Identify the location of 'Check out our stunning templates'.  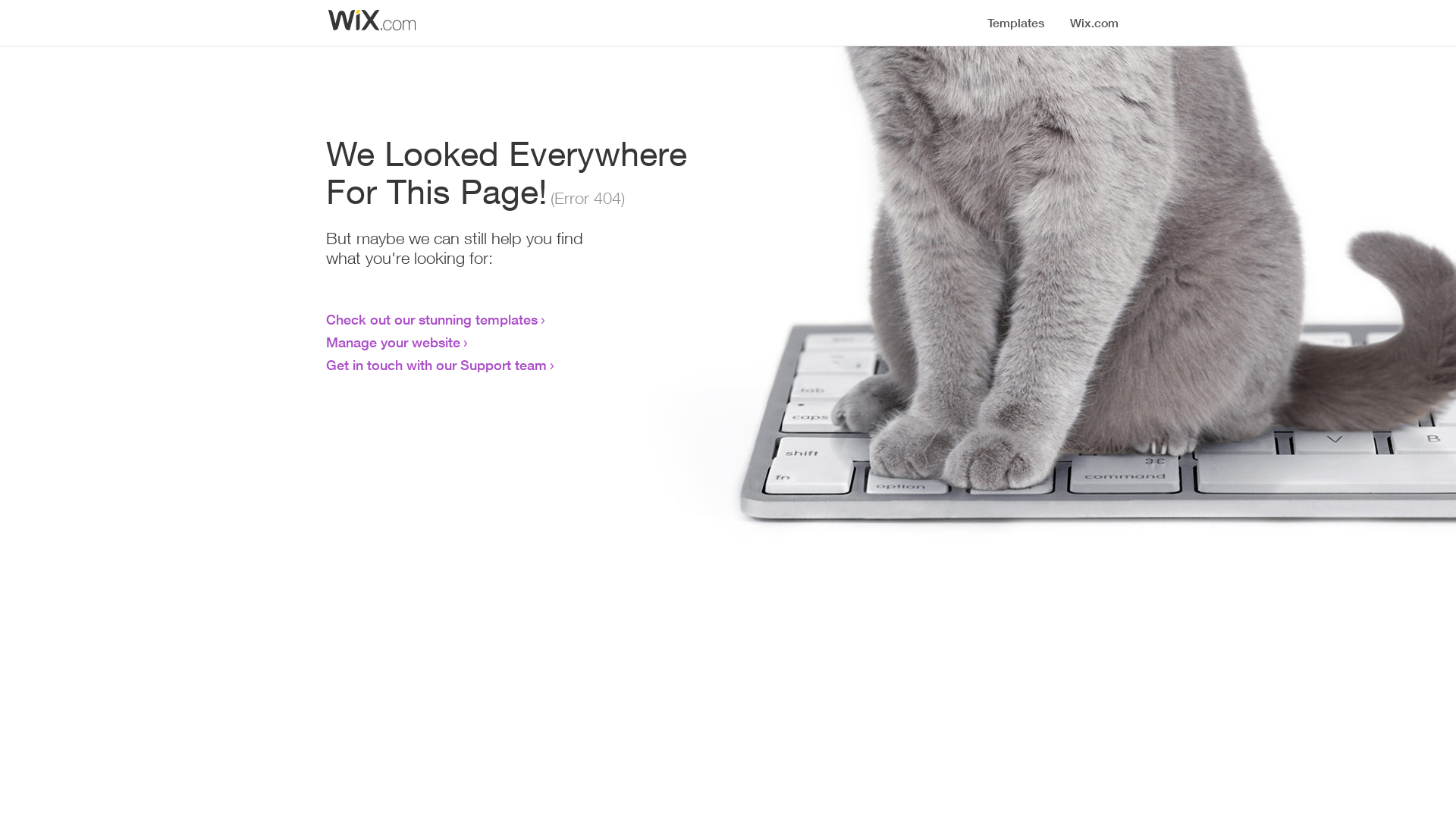
(431, 318).